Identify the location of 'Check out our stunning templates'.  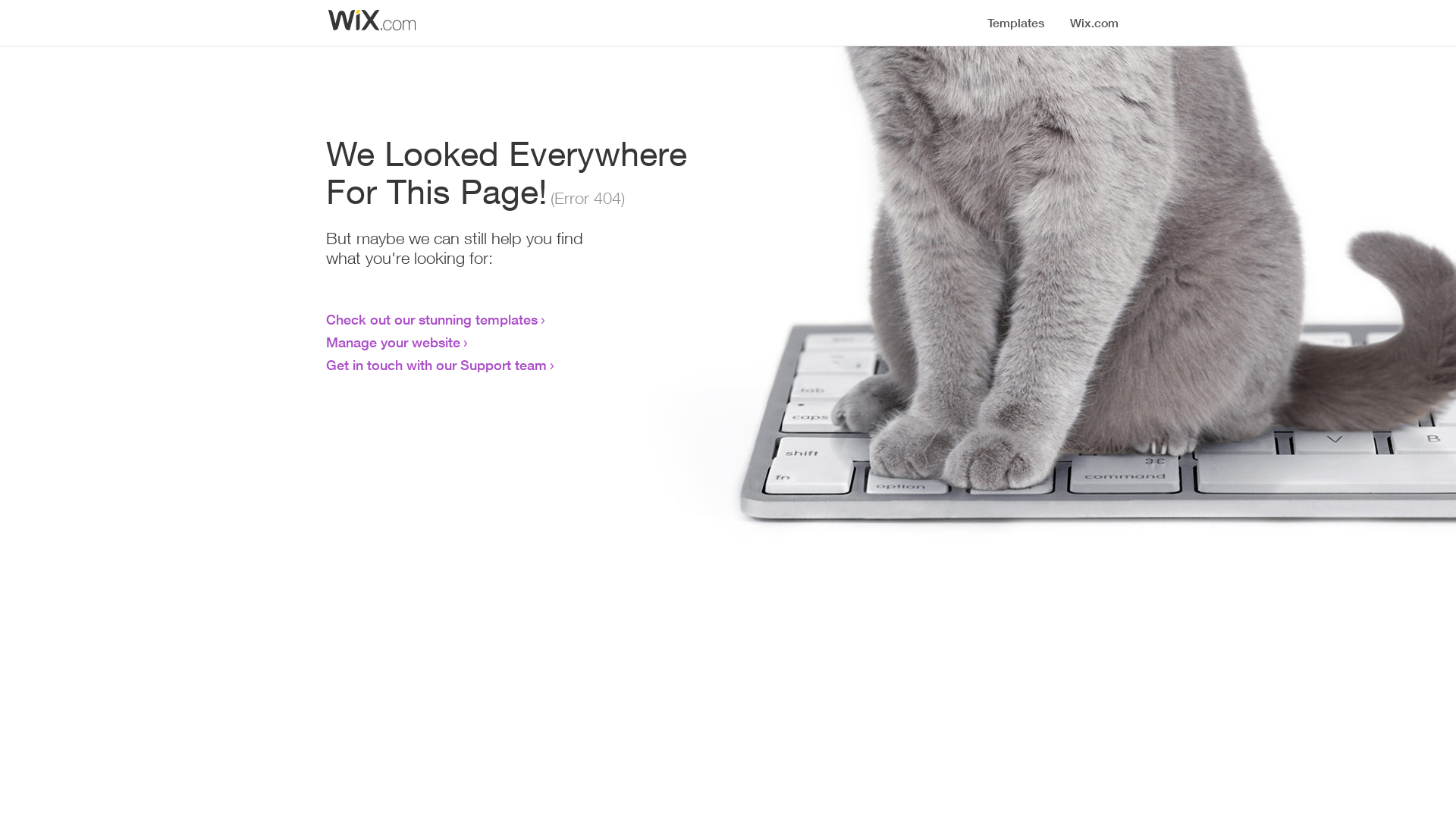
(431, 318).